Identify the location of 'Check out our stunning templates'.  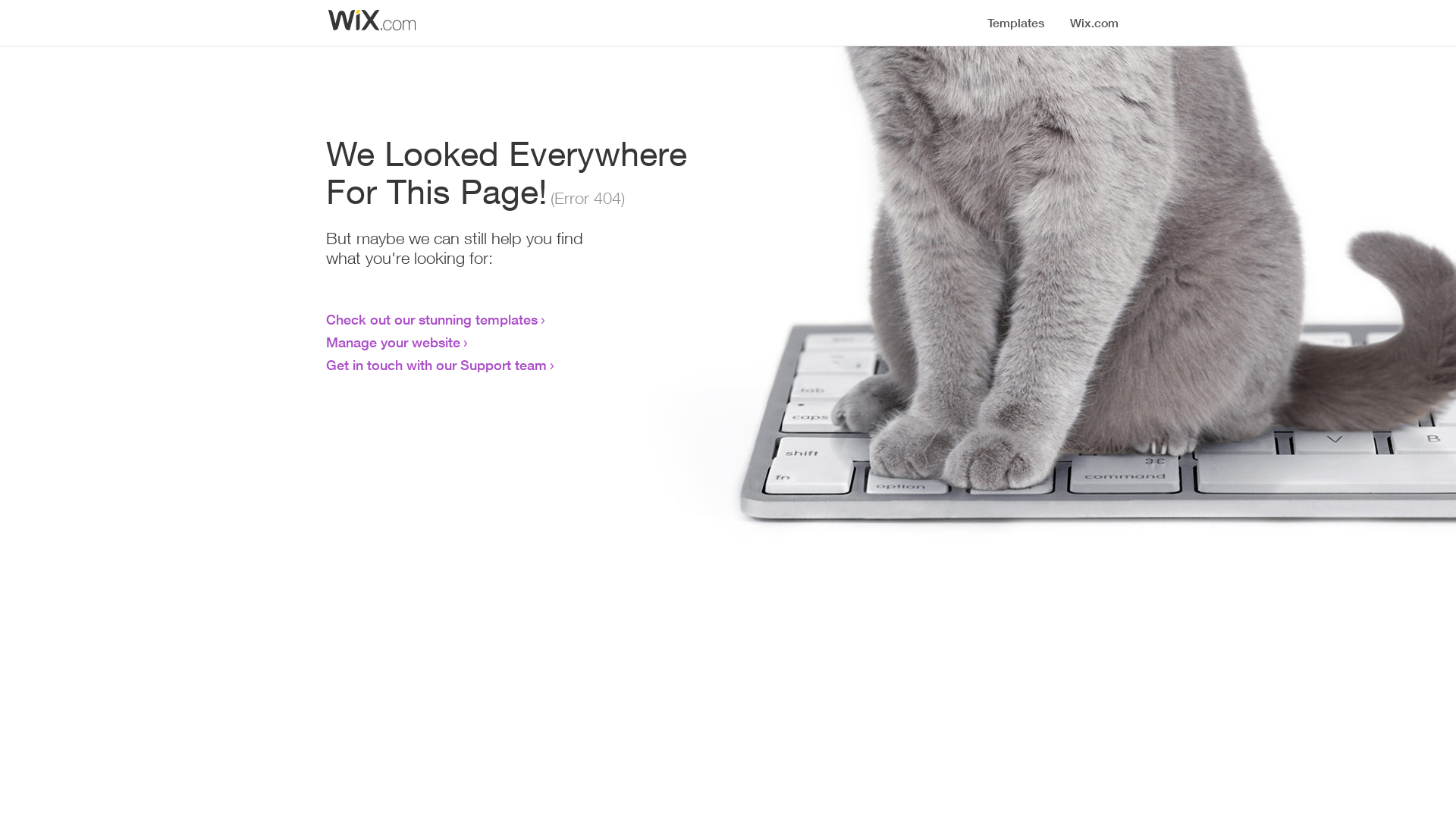
(431, 318).